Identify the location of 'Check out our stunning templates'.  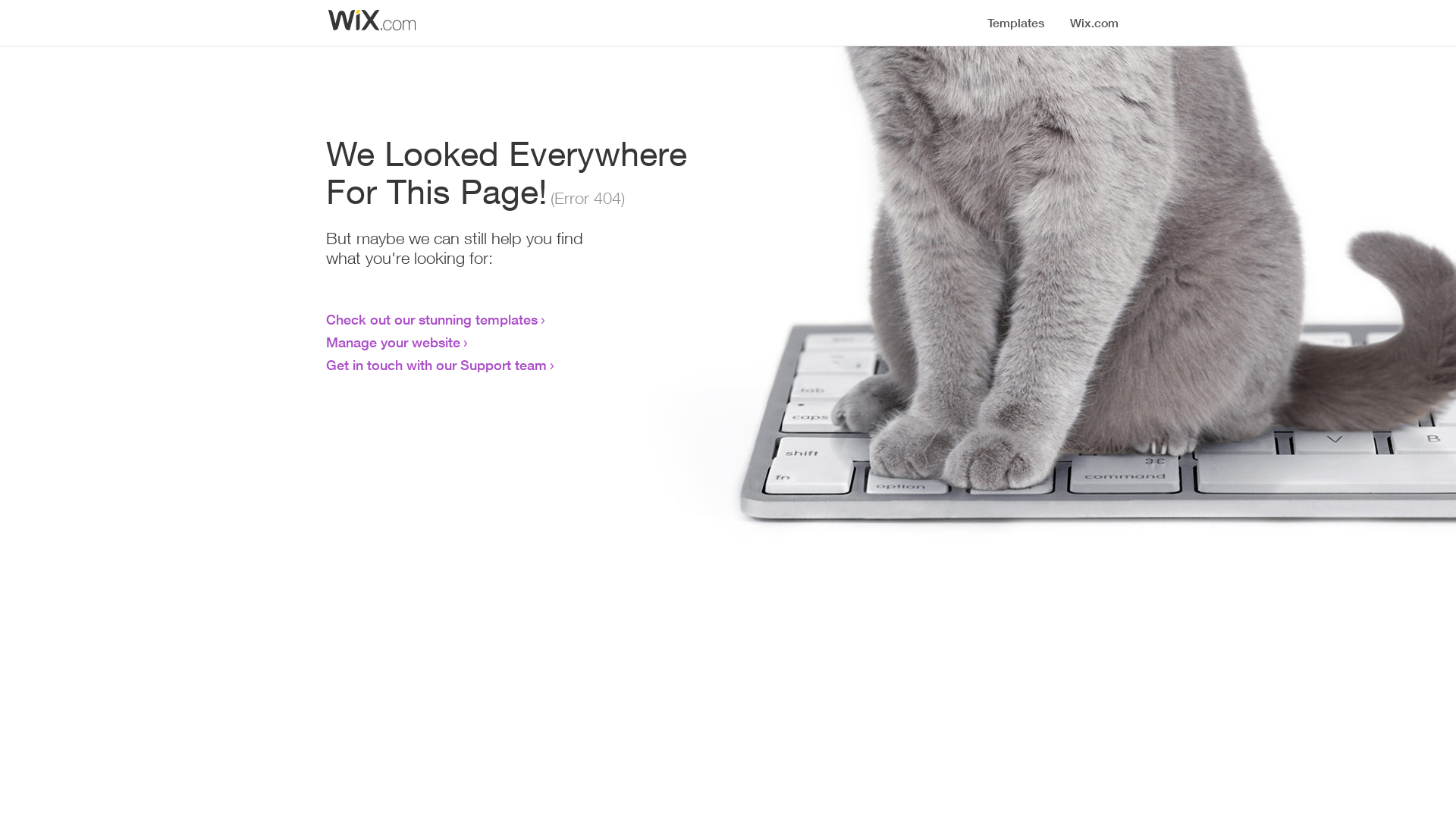
(431, 318).